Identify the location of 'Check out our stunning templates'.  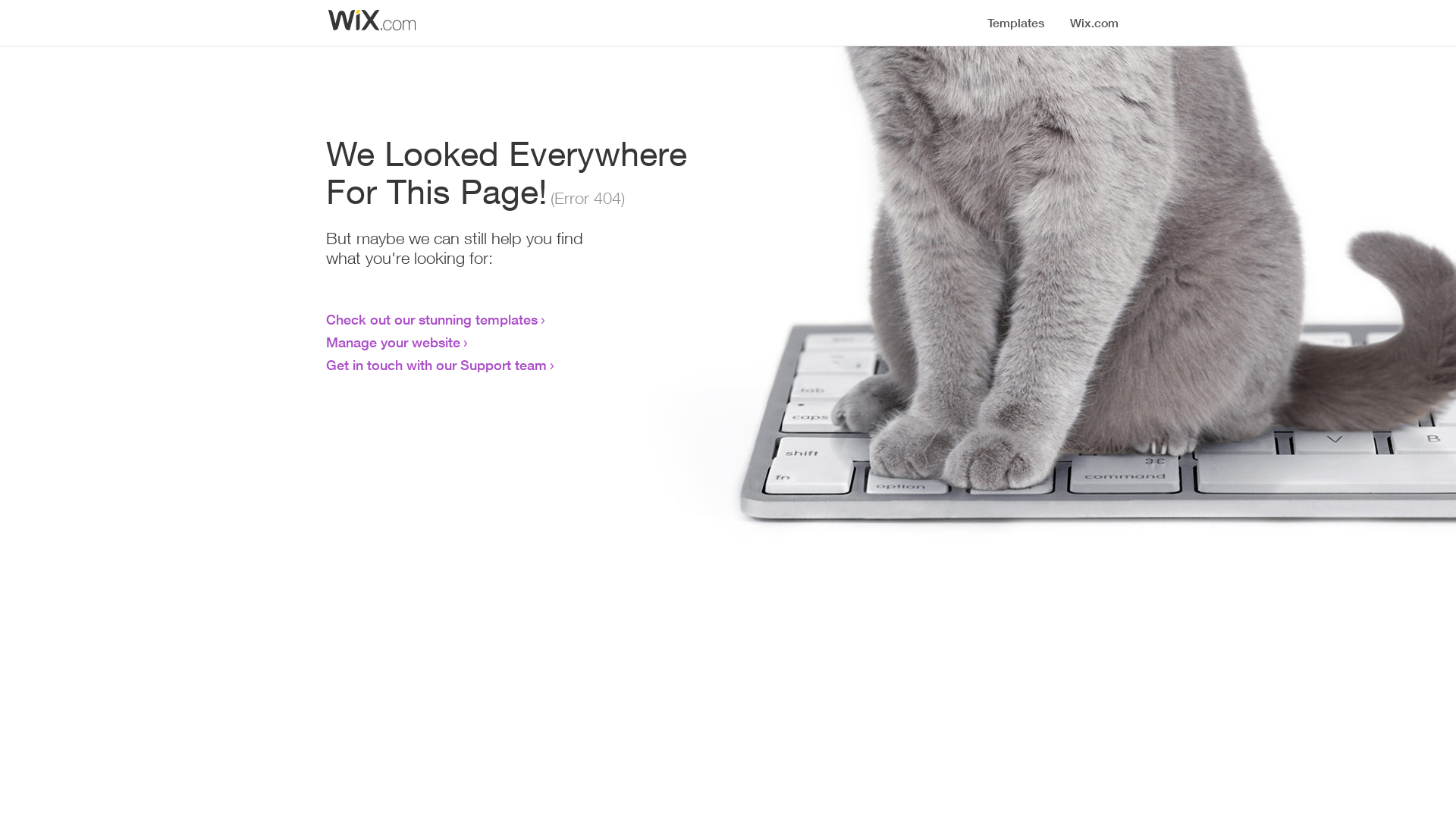
(431, 318).